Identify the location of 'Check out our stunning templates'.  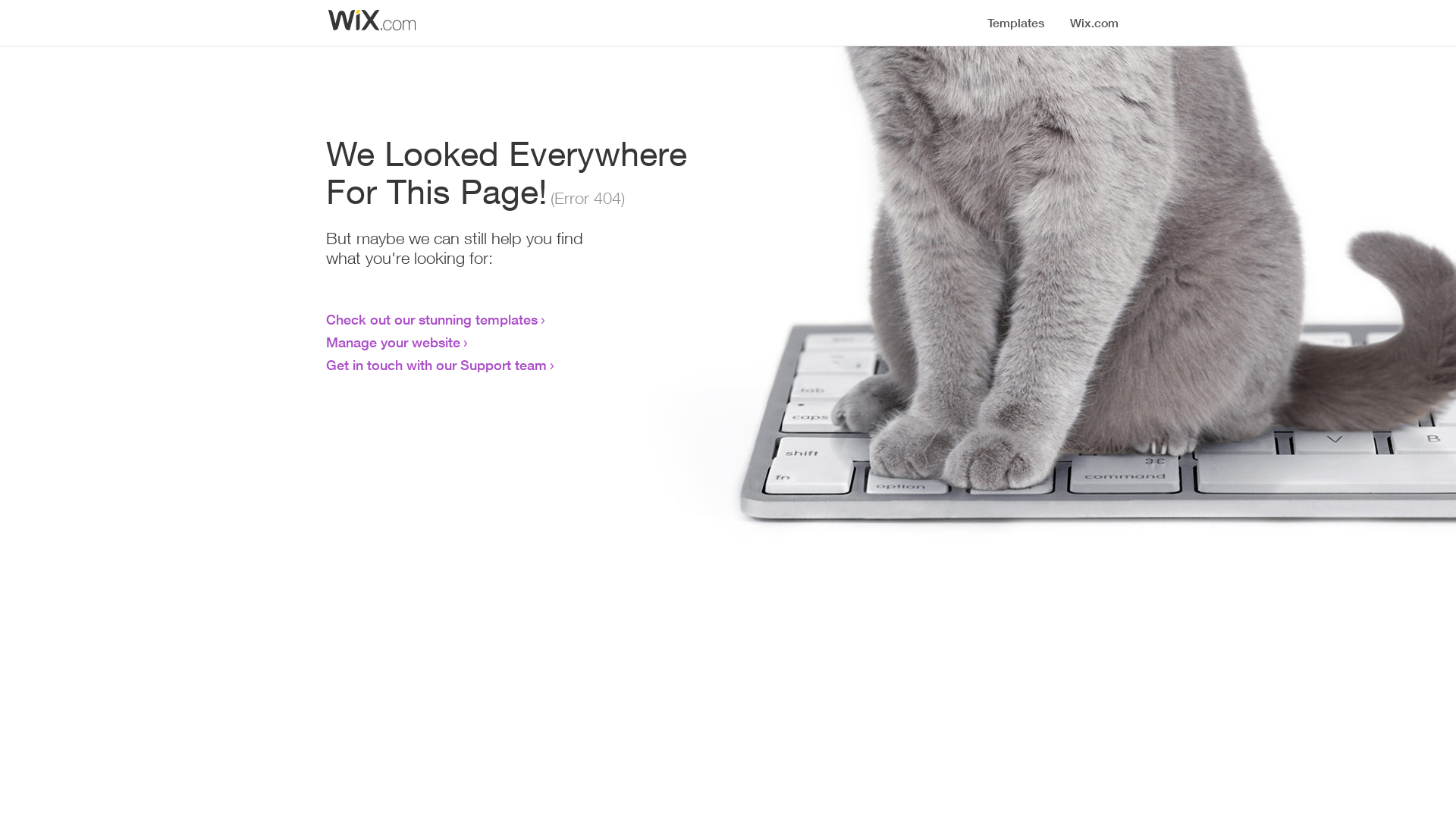
(431, 318).